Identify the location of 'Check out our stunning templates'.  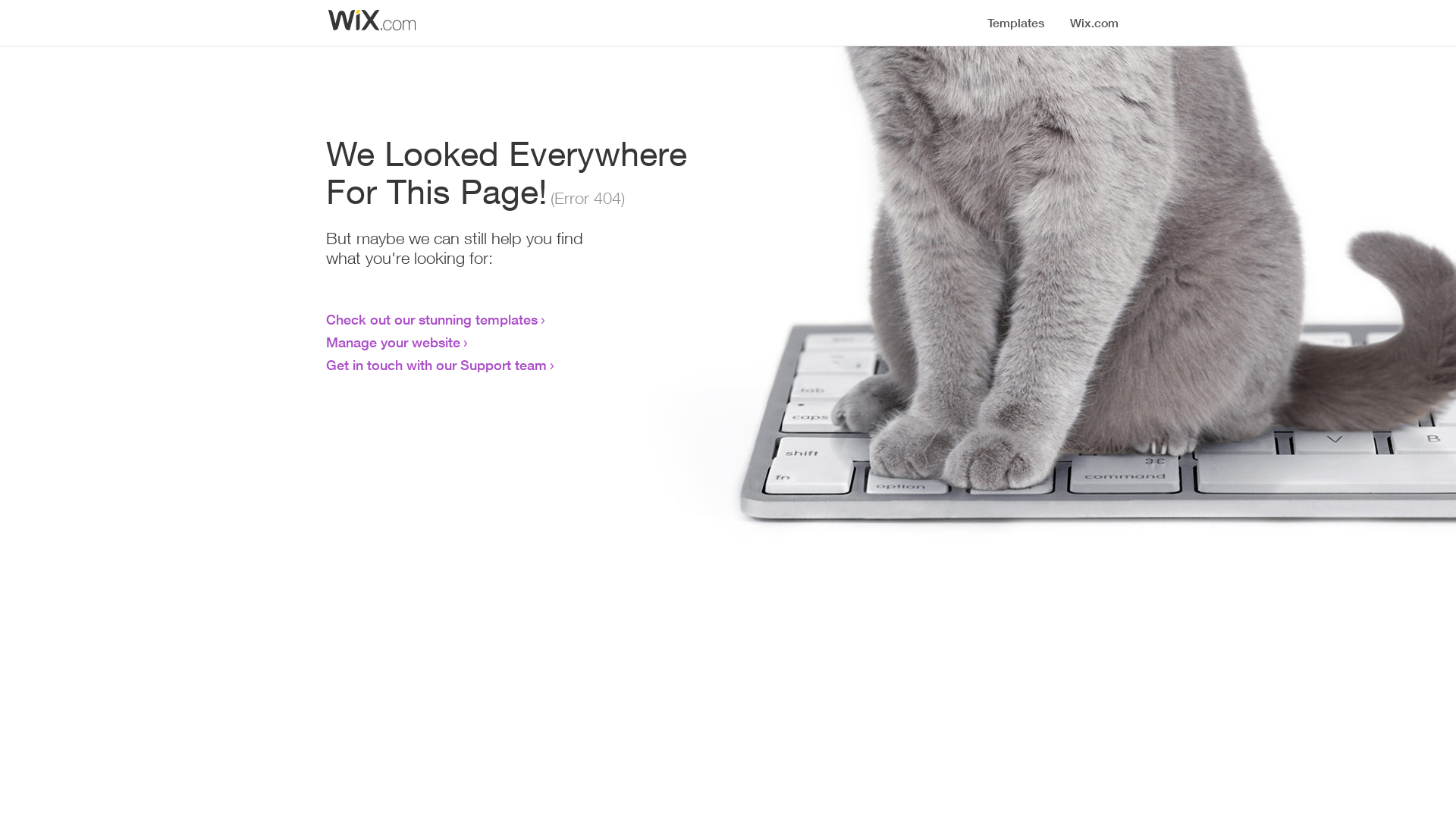
(431, 318).